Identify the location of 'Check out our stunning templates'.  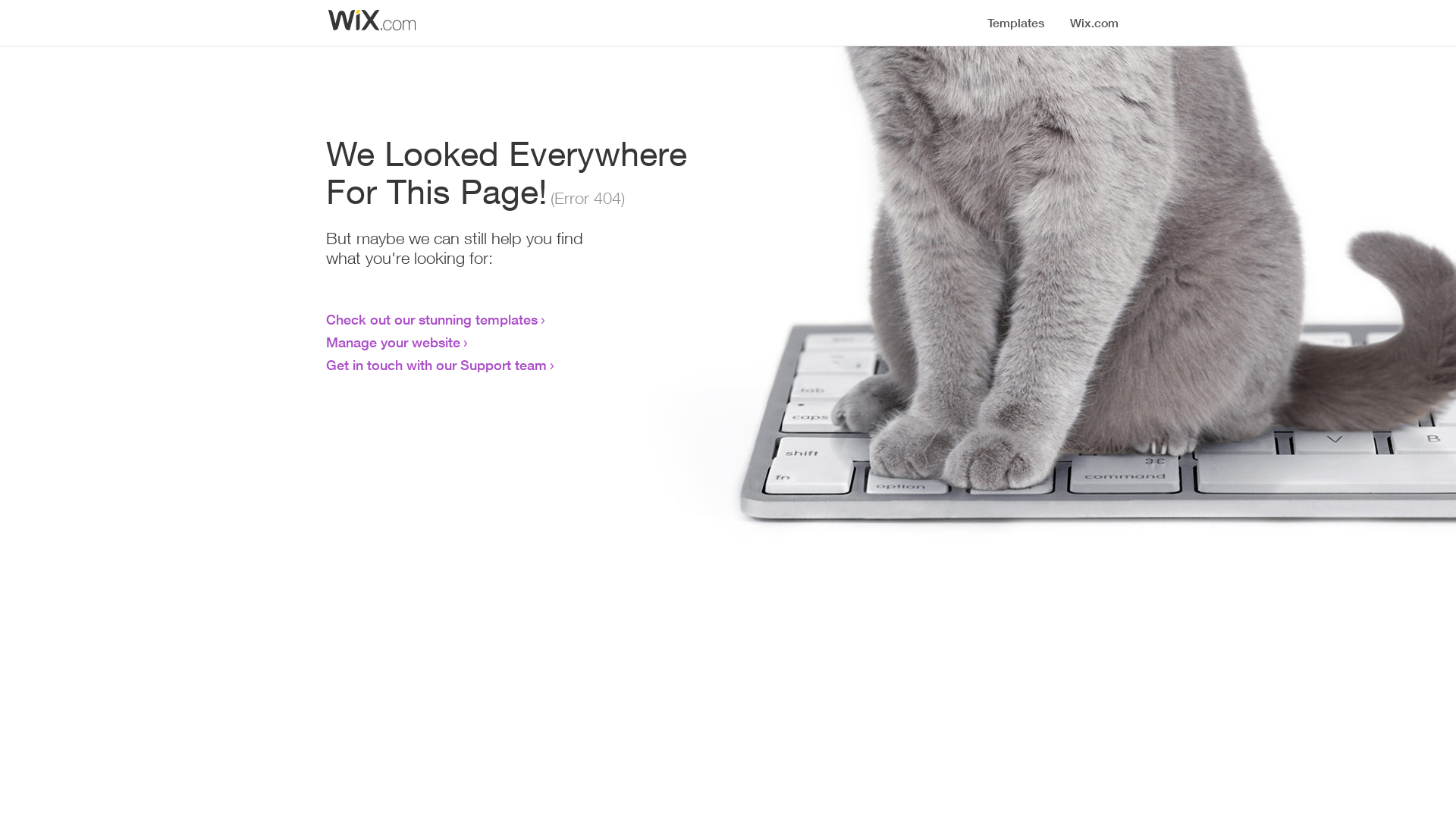
(431, 318).